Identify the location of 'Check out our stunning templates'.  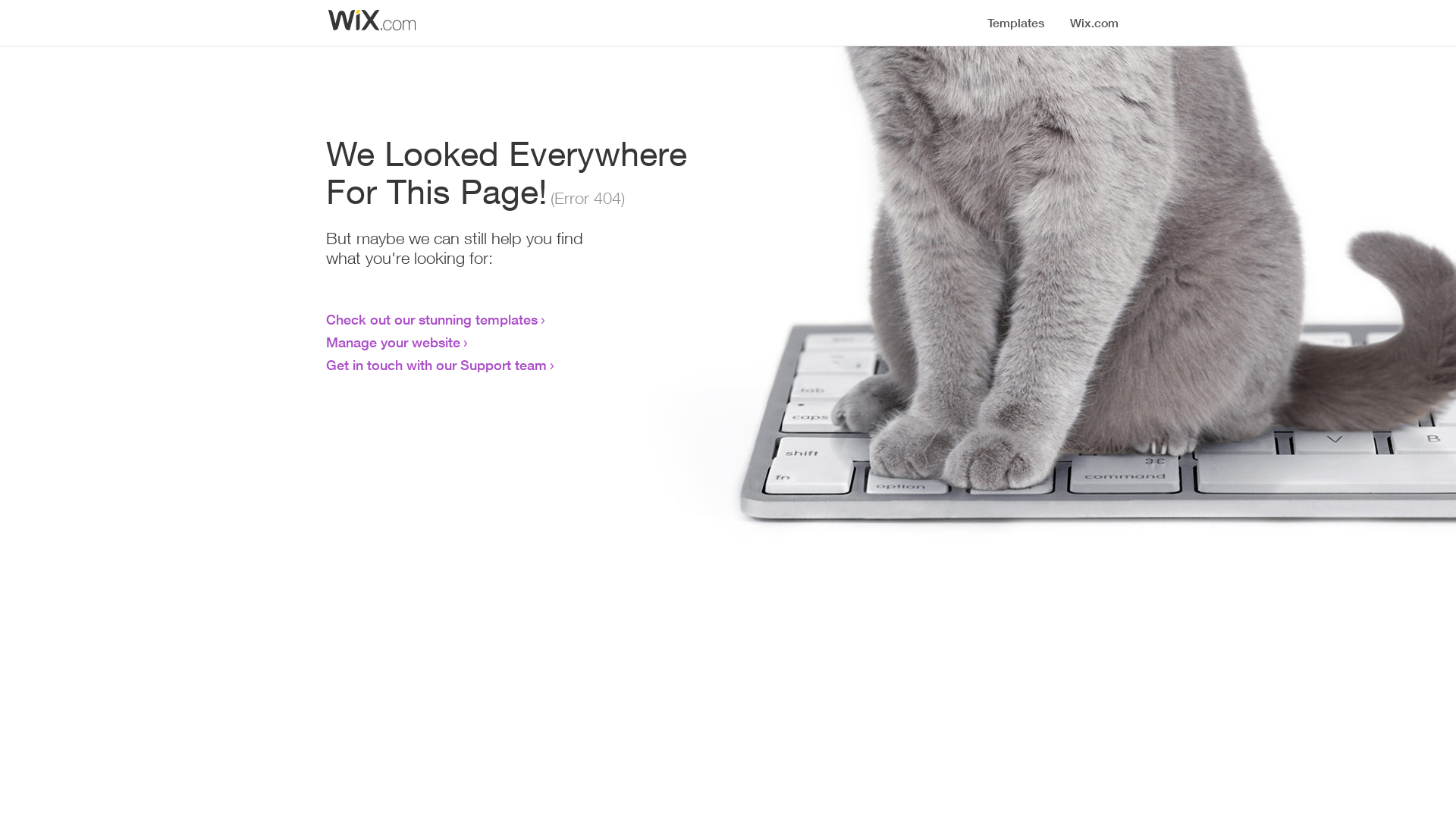
(431, 318).